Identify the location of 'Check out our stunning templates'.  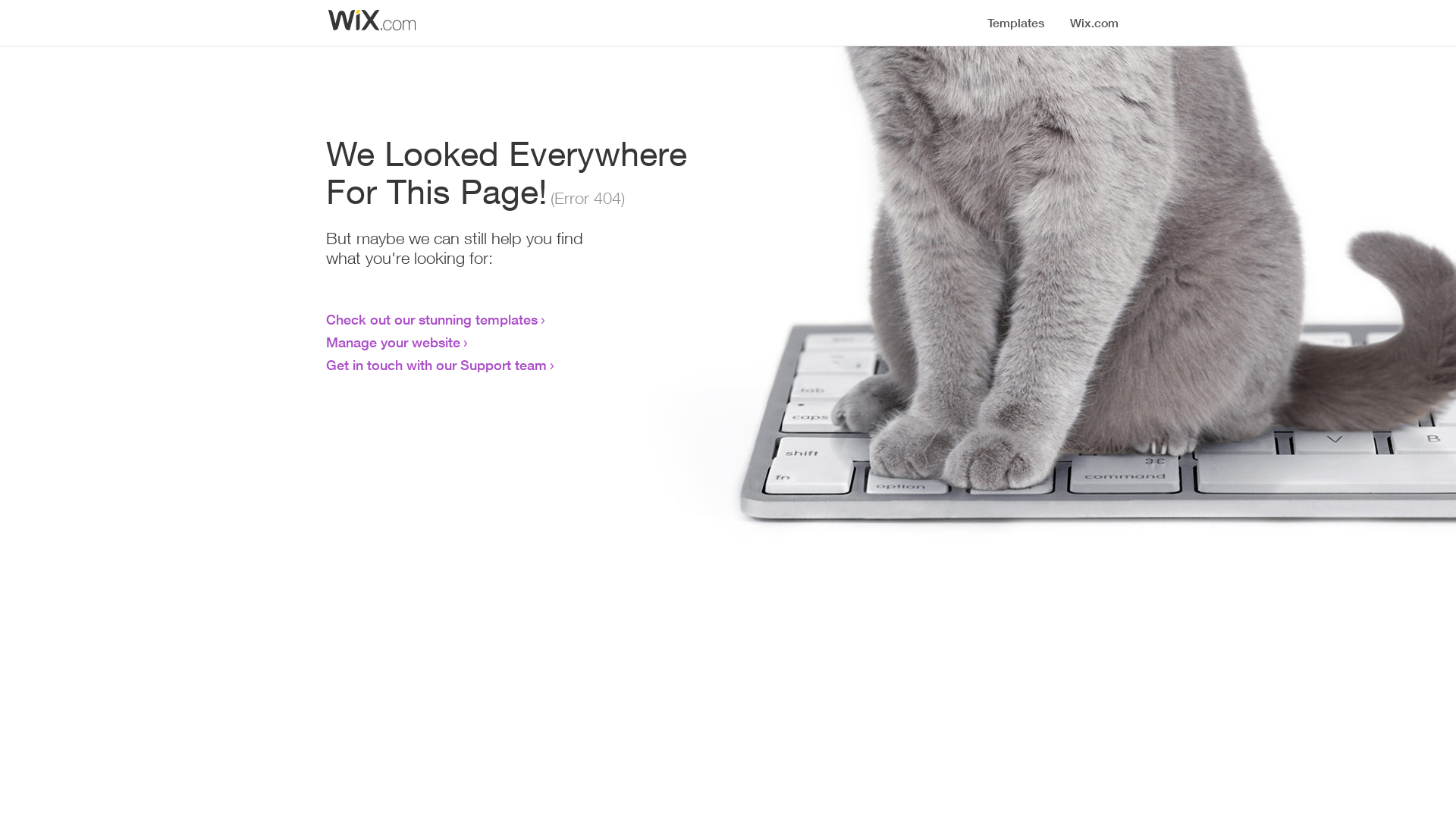
(431, 318).